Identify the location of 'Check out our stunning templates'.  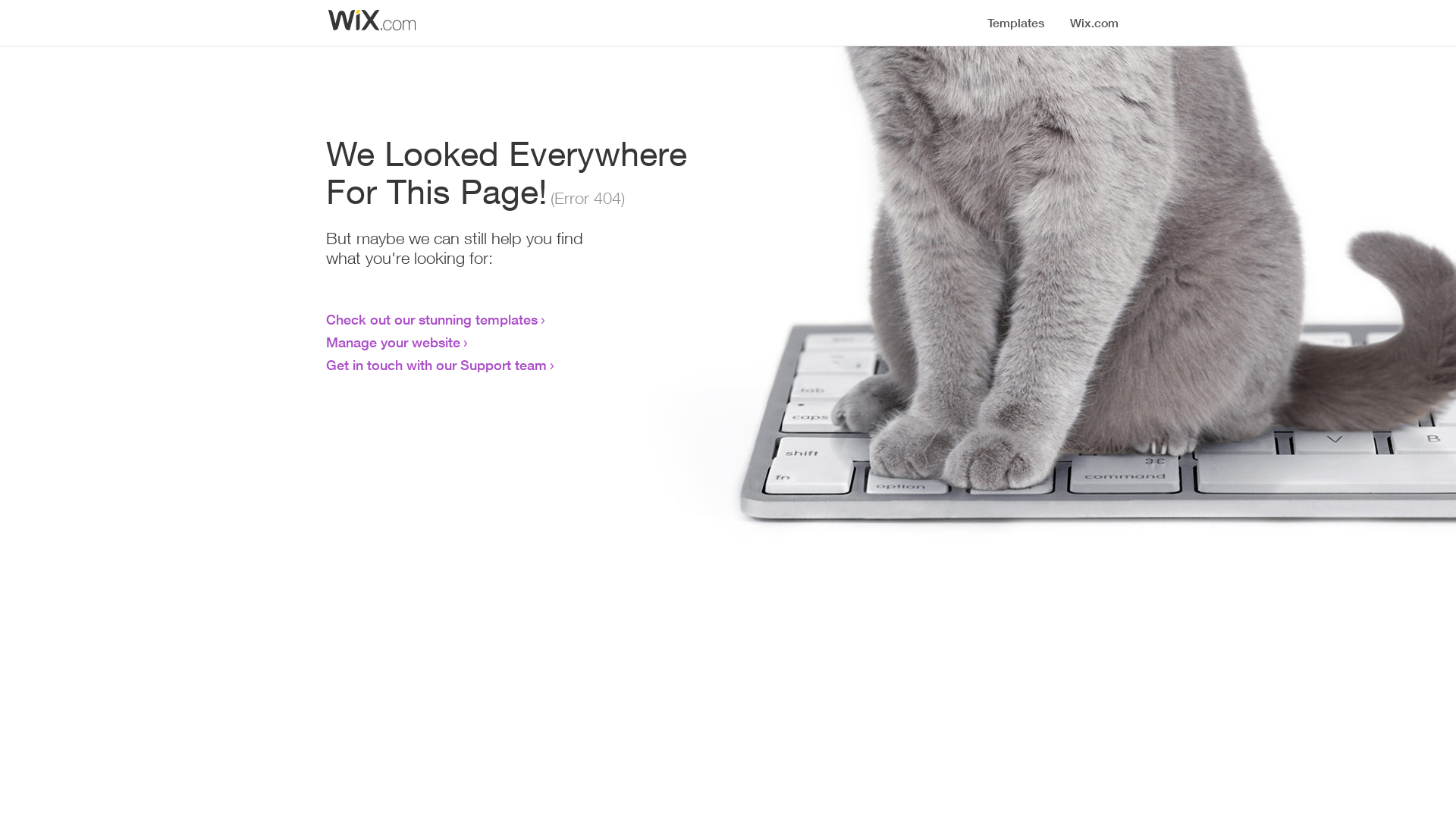
(431, 318).